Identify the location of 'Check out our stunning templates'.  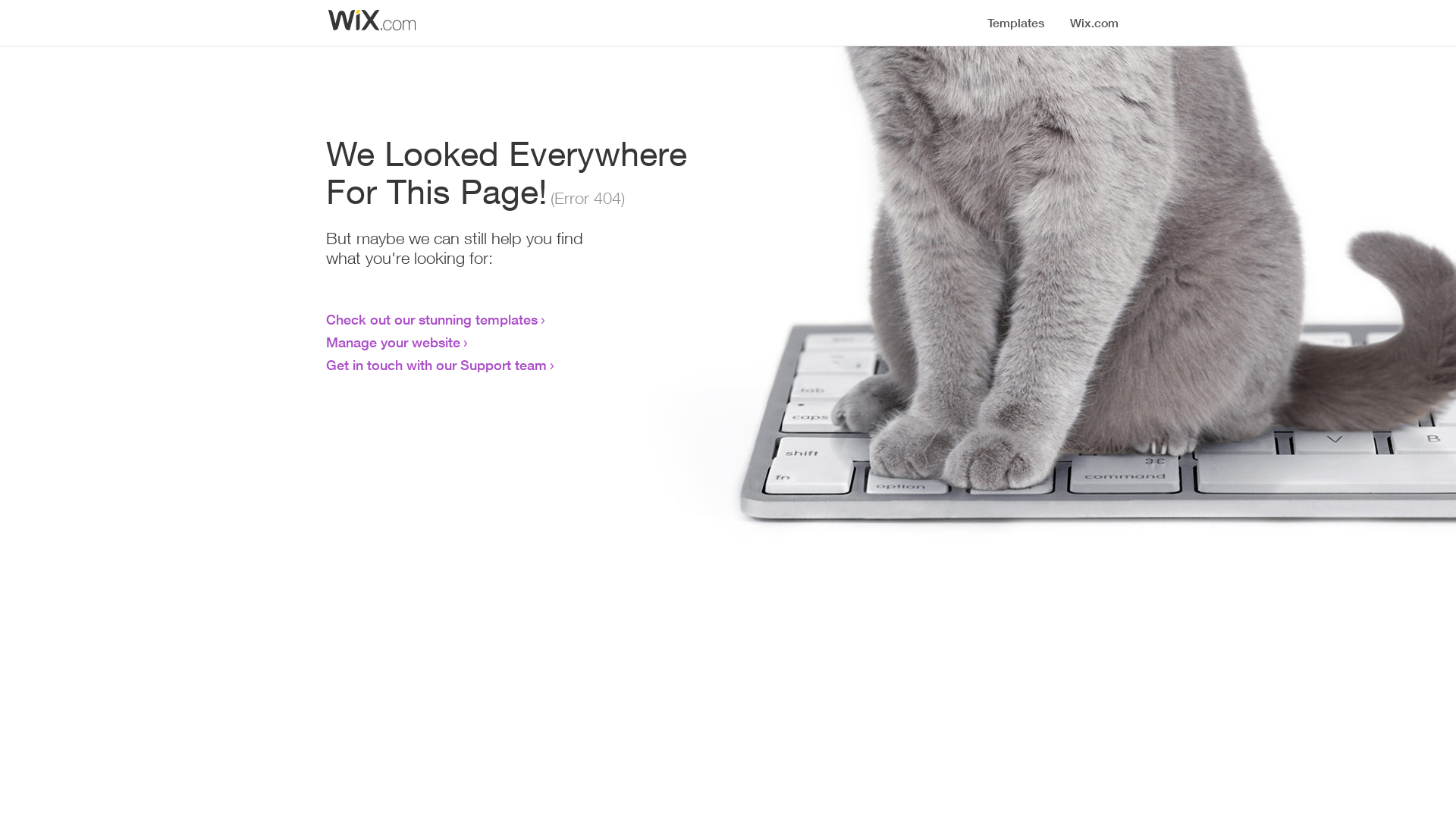
(431, 318).